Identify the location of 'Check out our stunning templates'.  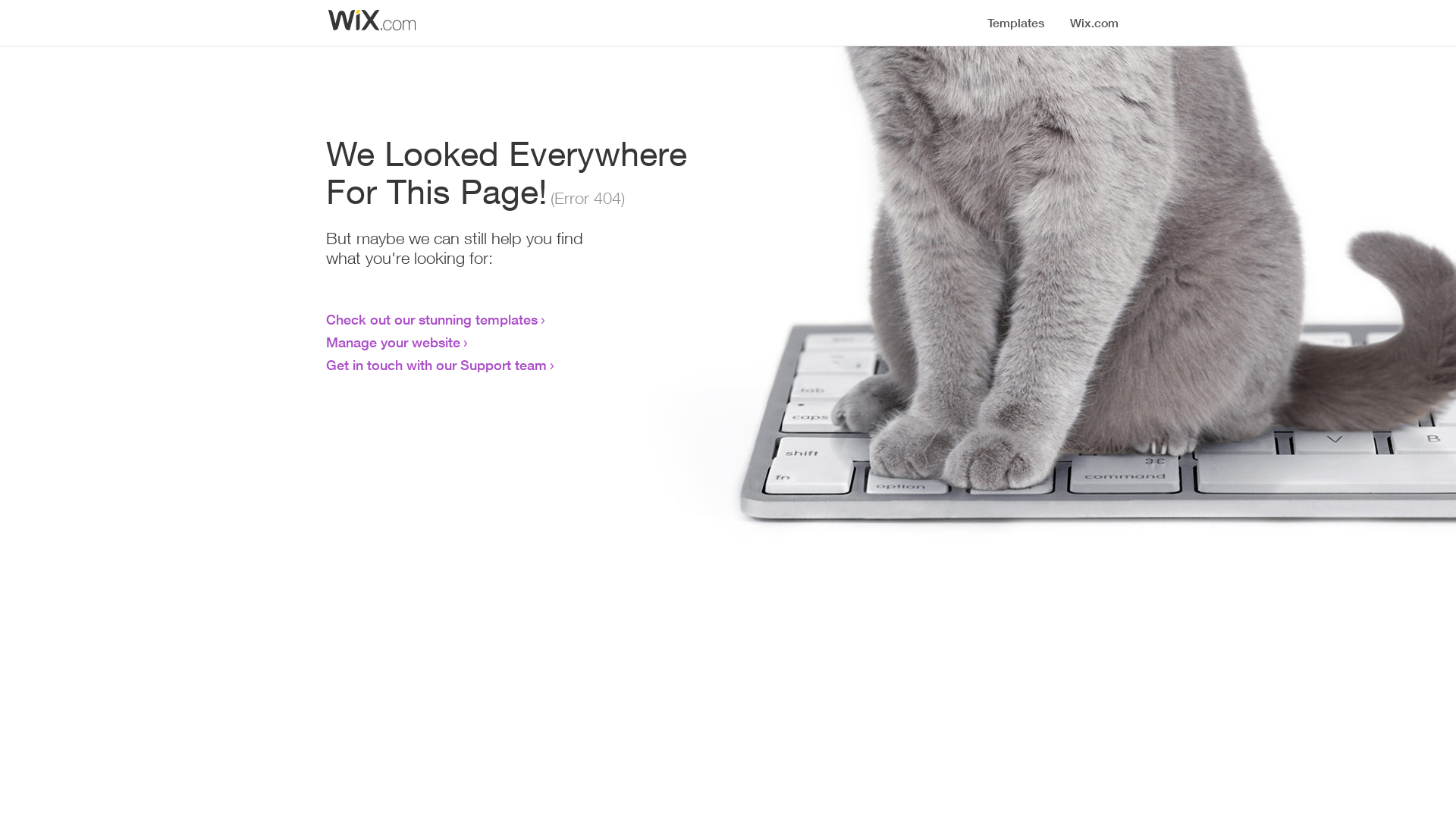
(431, 318).